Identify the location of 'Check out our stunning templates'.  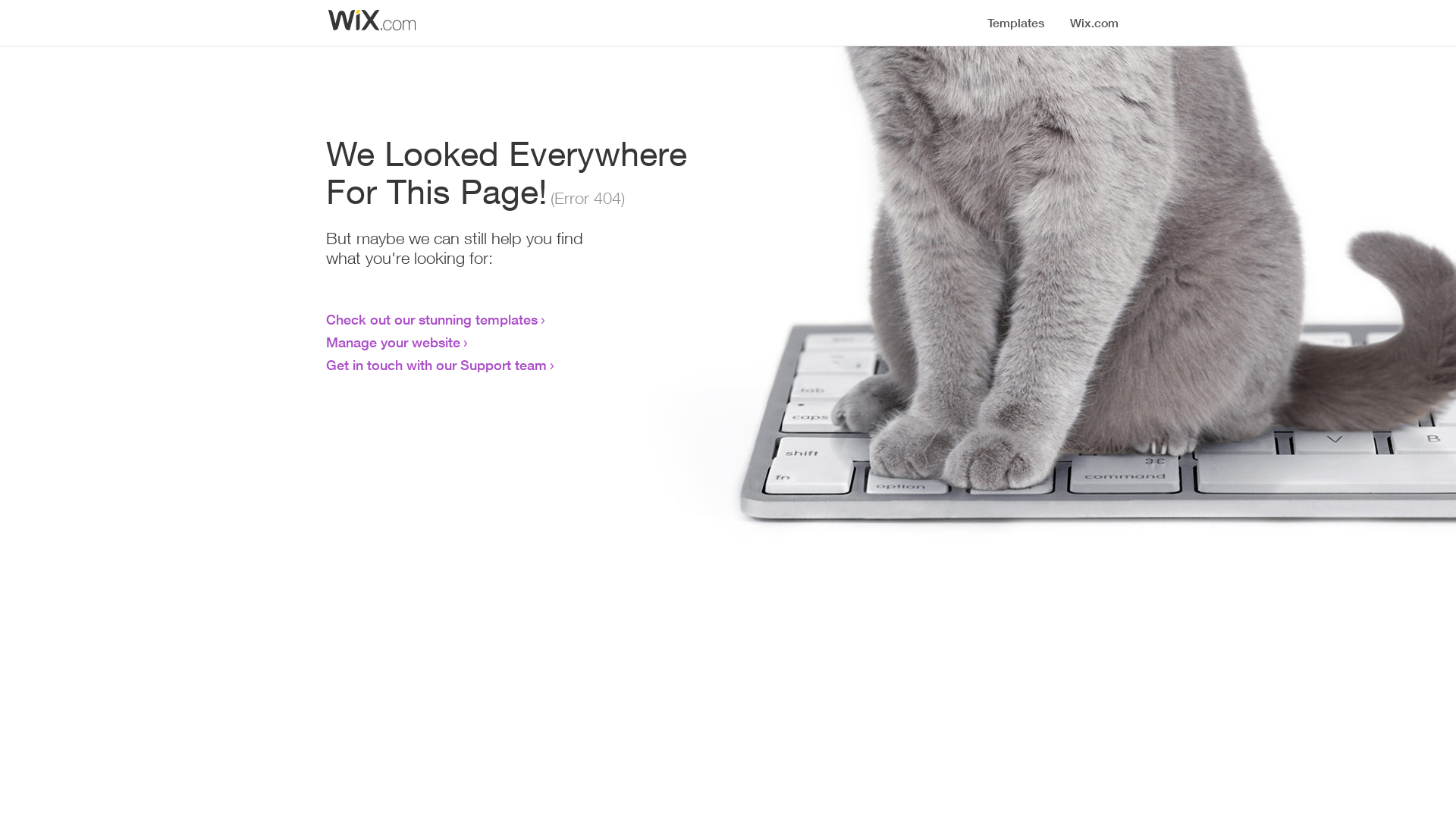
(431, 318).